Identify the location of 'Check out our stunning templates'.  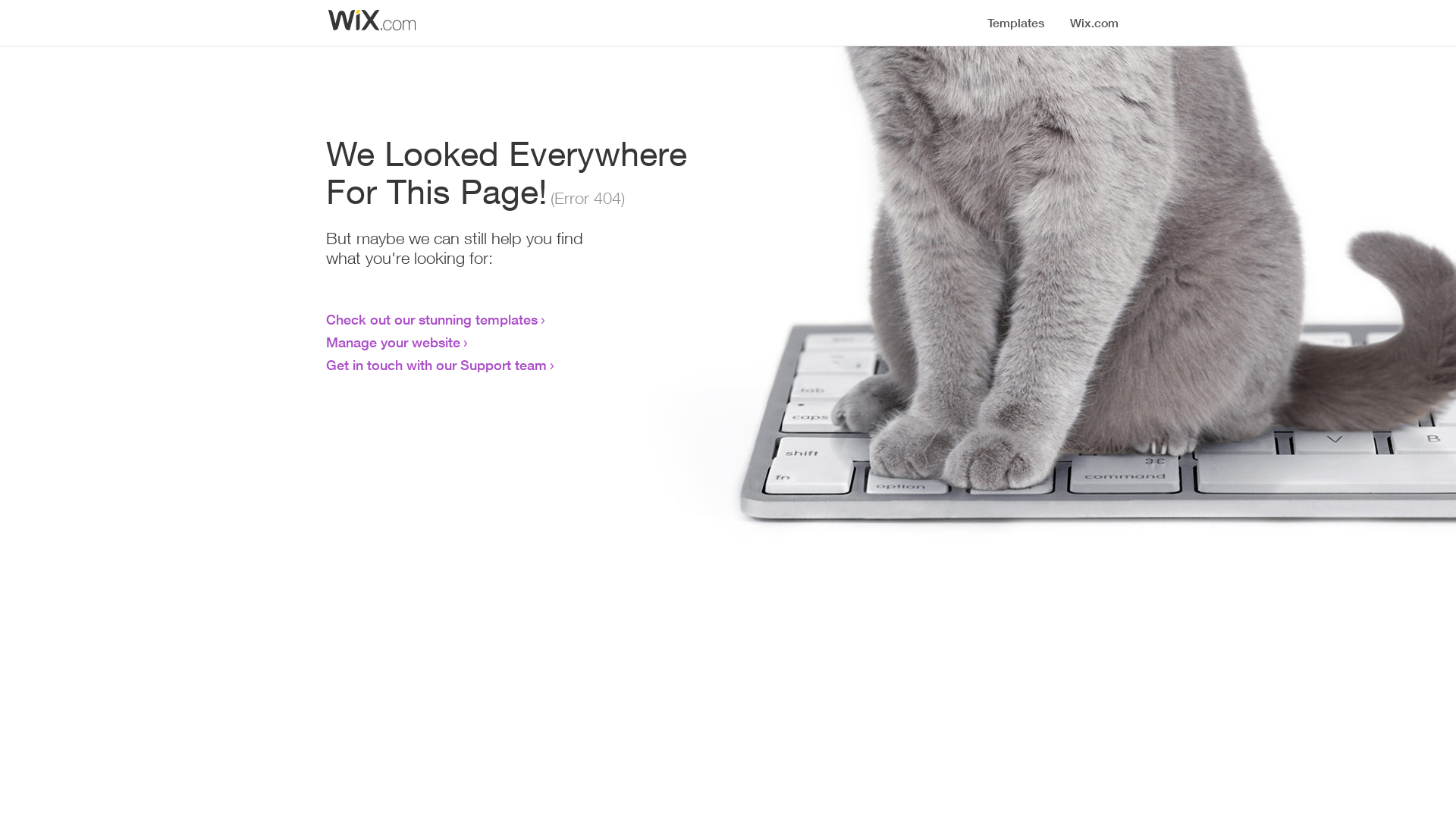
(431, 318).